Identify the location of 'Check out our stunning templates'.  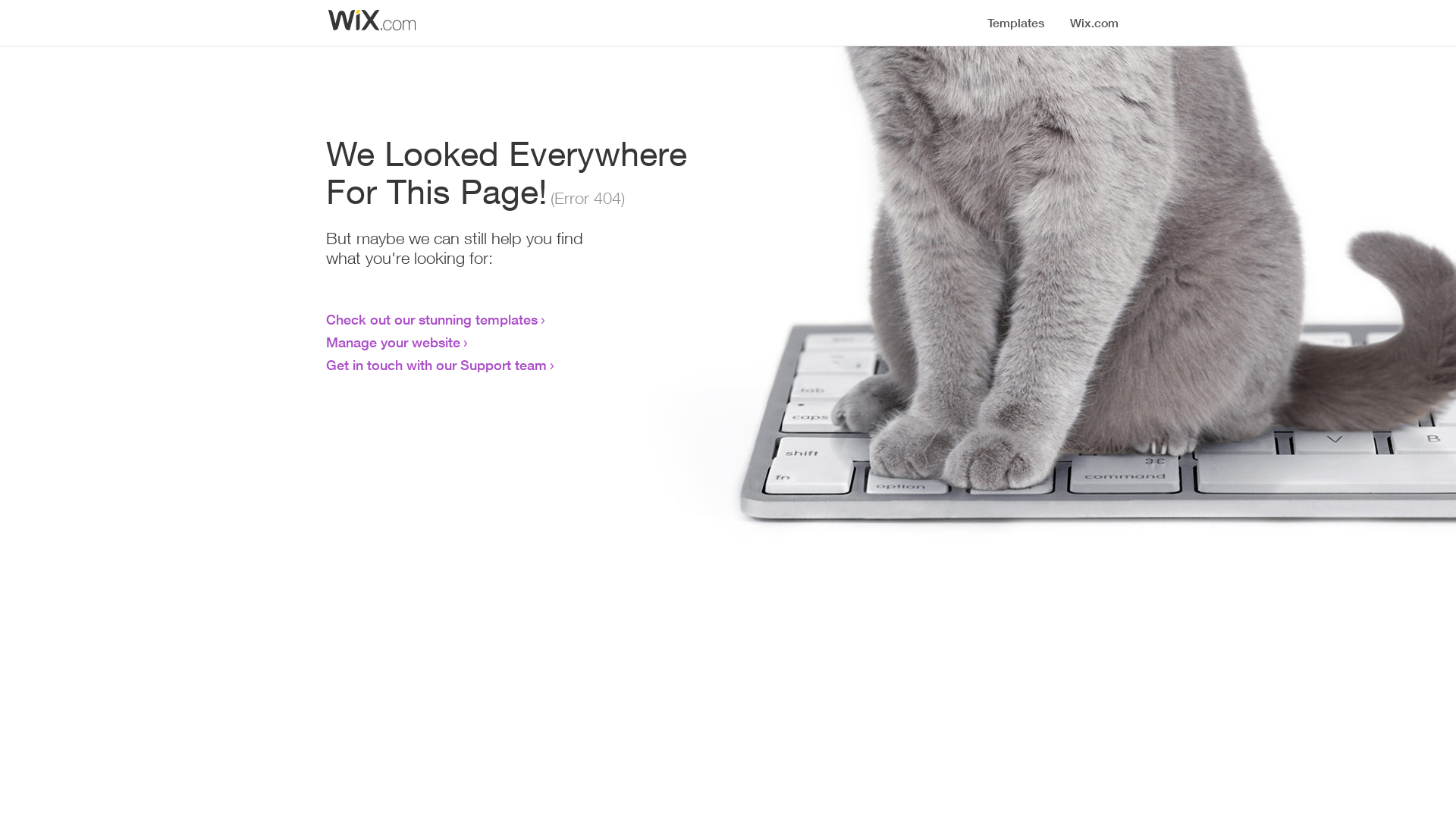
(431, 318).